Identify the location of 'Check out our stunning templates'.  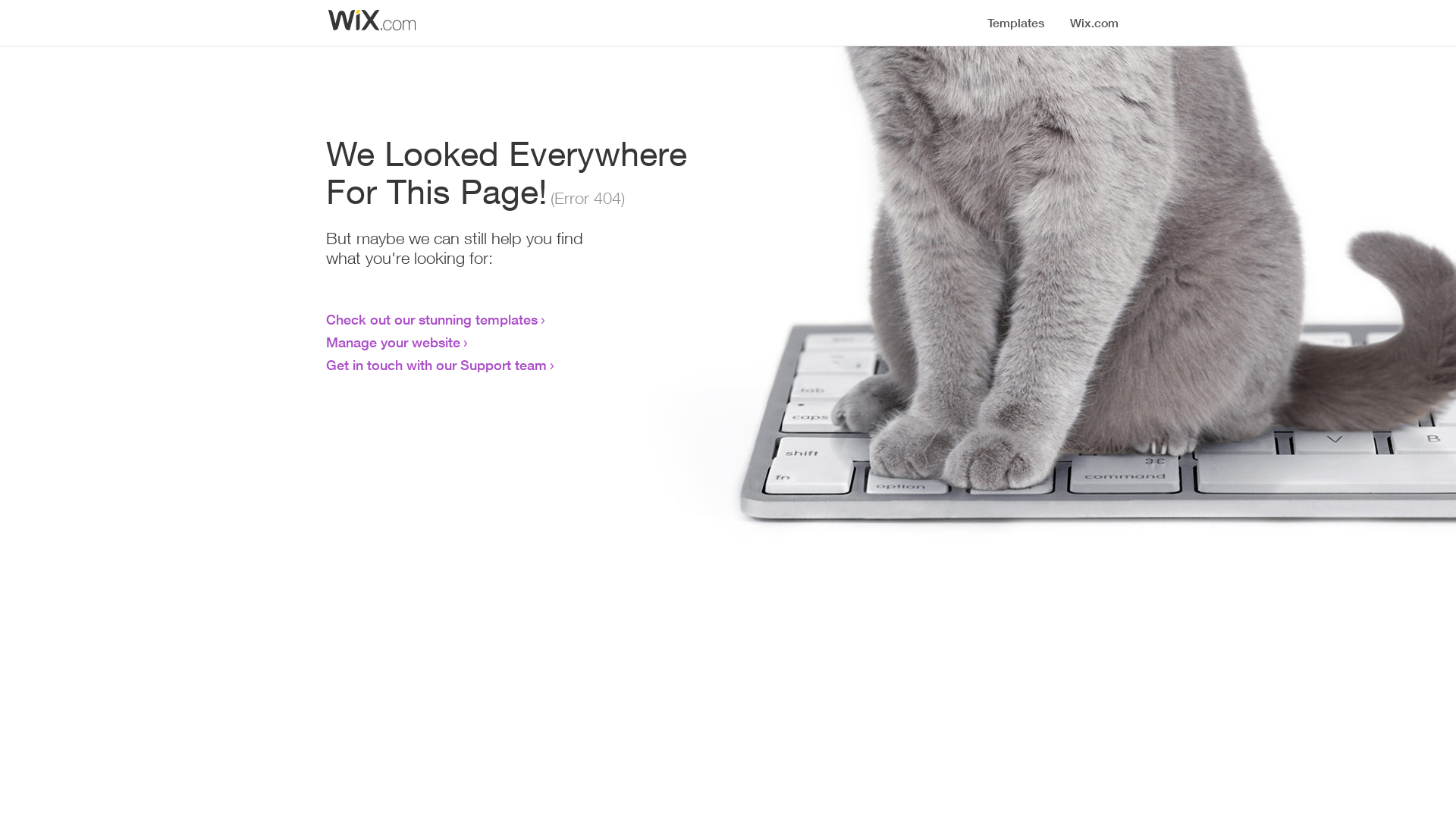
(431, 318).